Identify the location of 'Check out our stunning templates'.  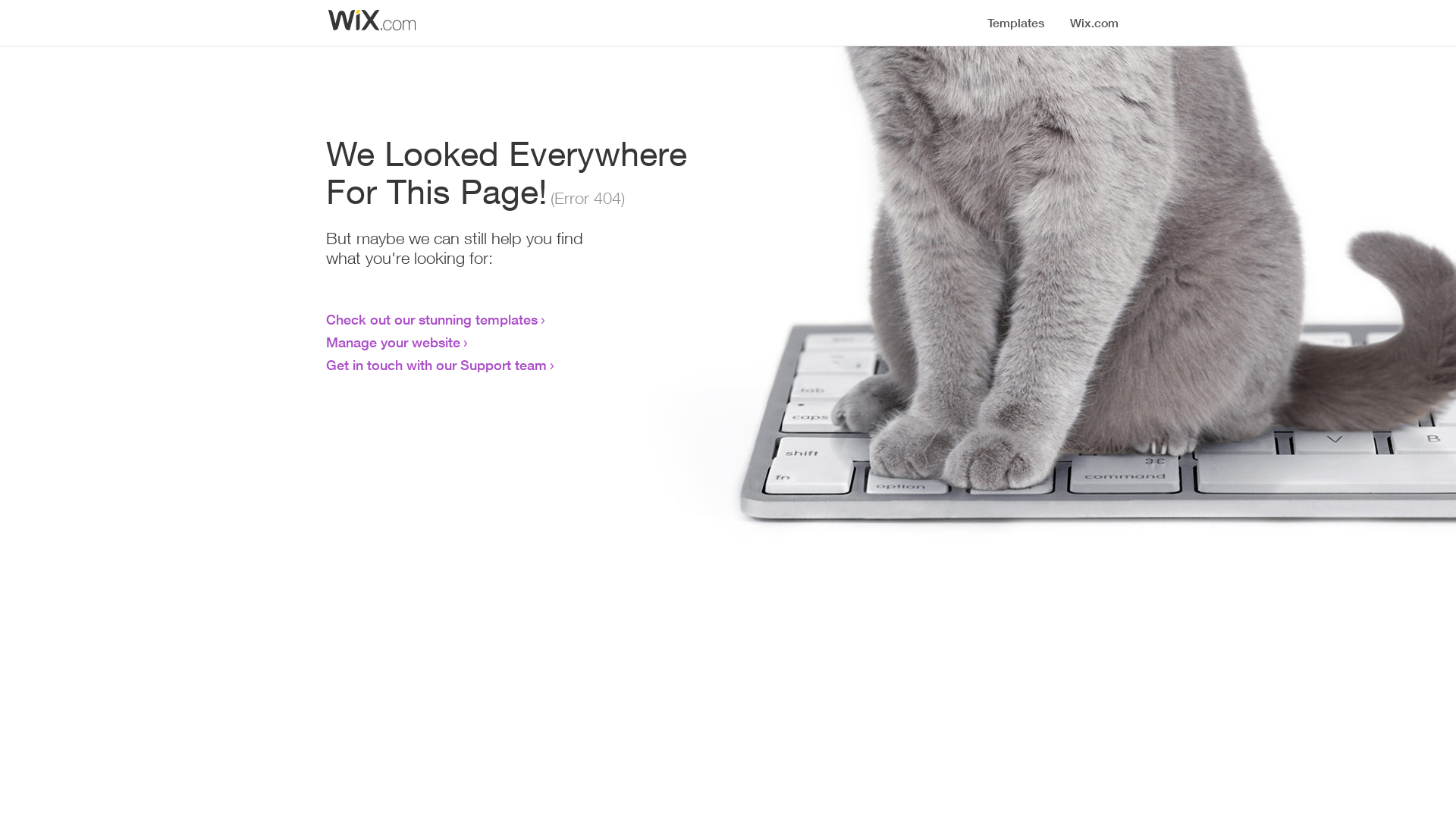
(431, 318).